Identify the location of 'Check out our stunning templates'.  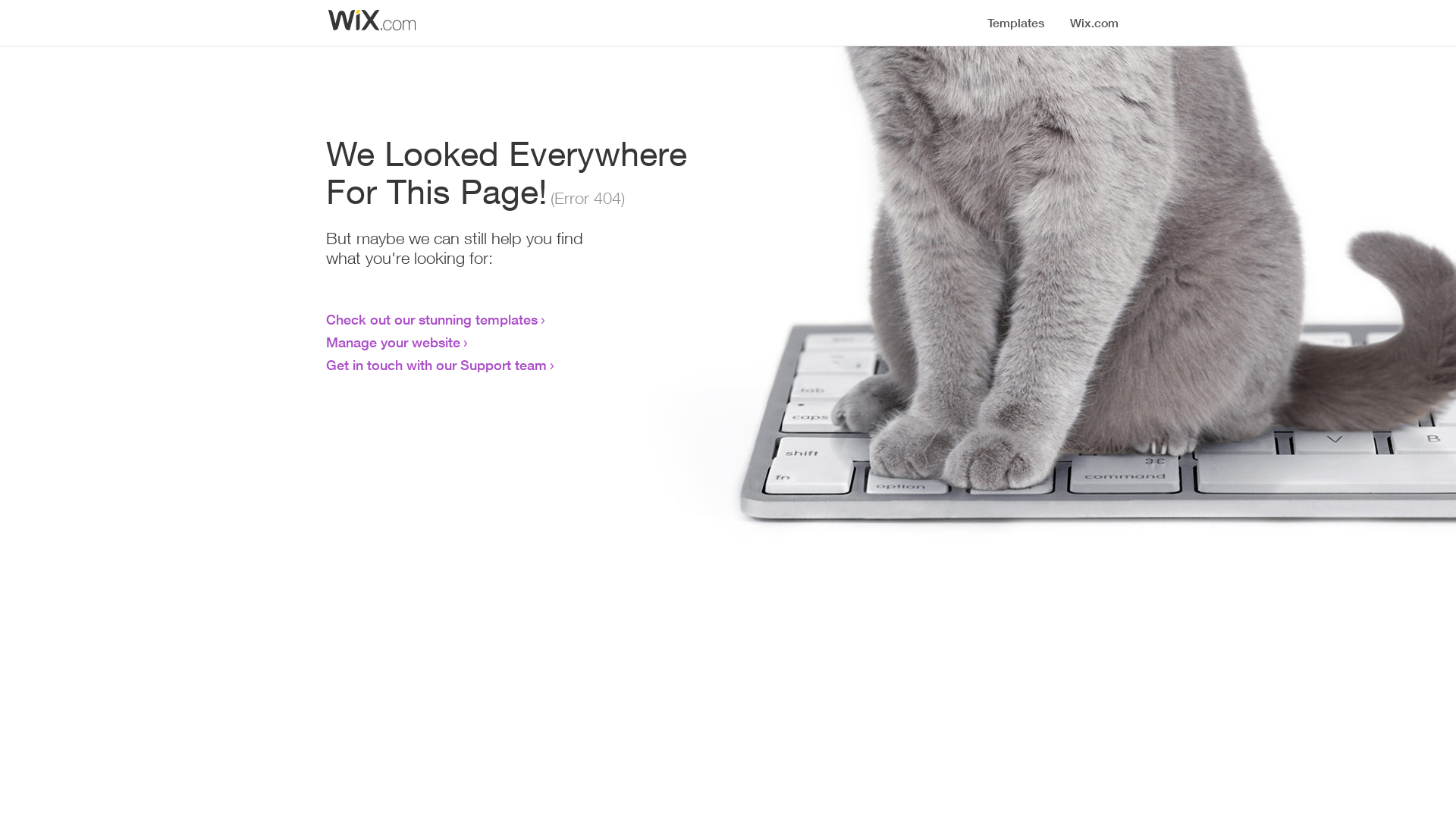
(431, 318).